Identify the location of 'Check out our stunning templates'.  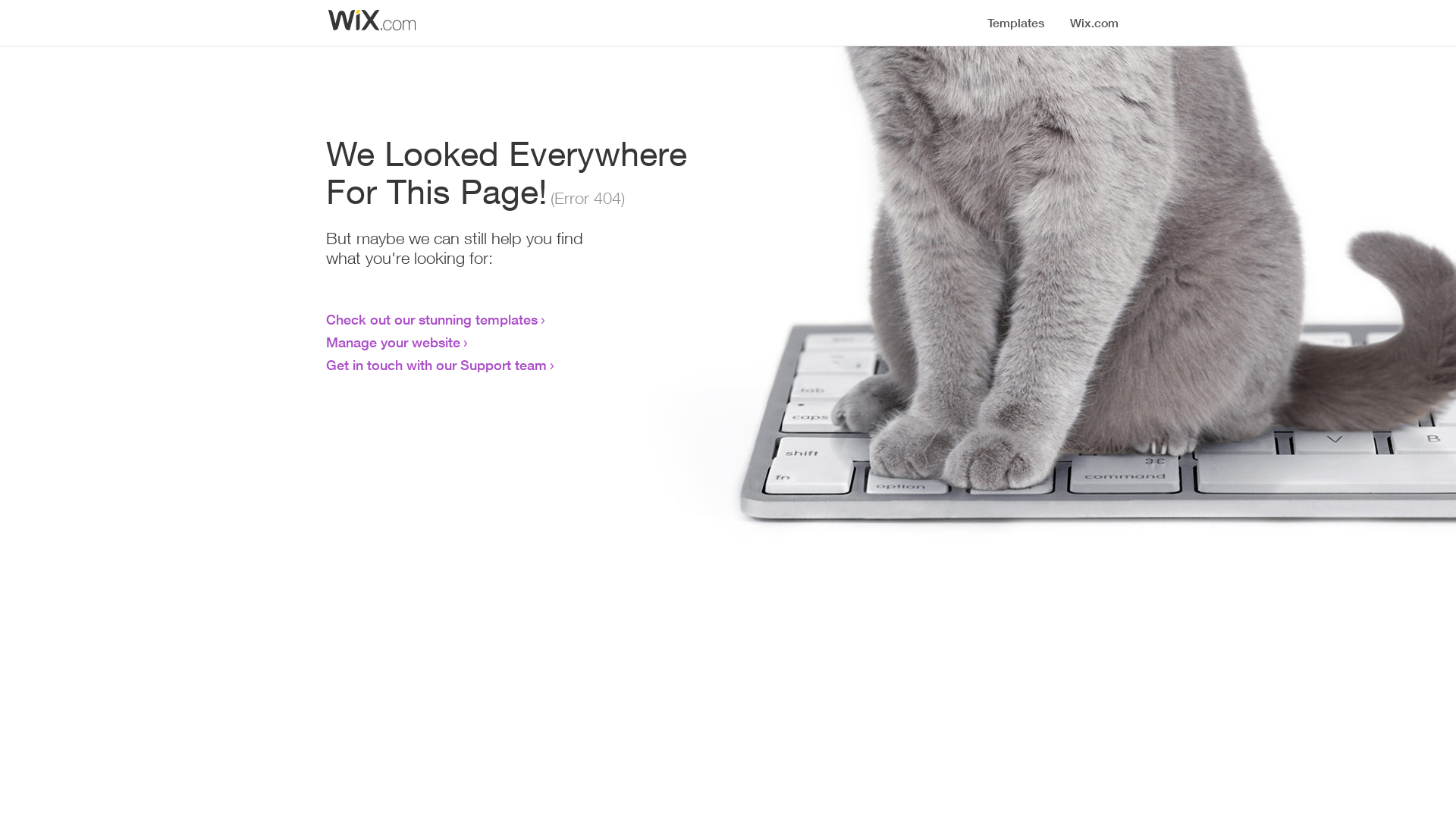
(431, 318).